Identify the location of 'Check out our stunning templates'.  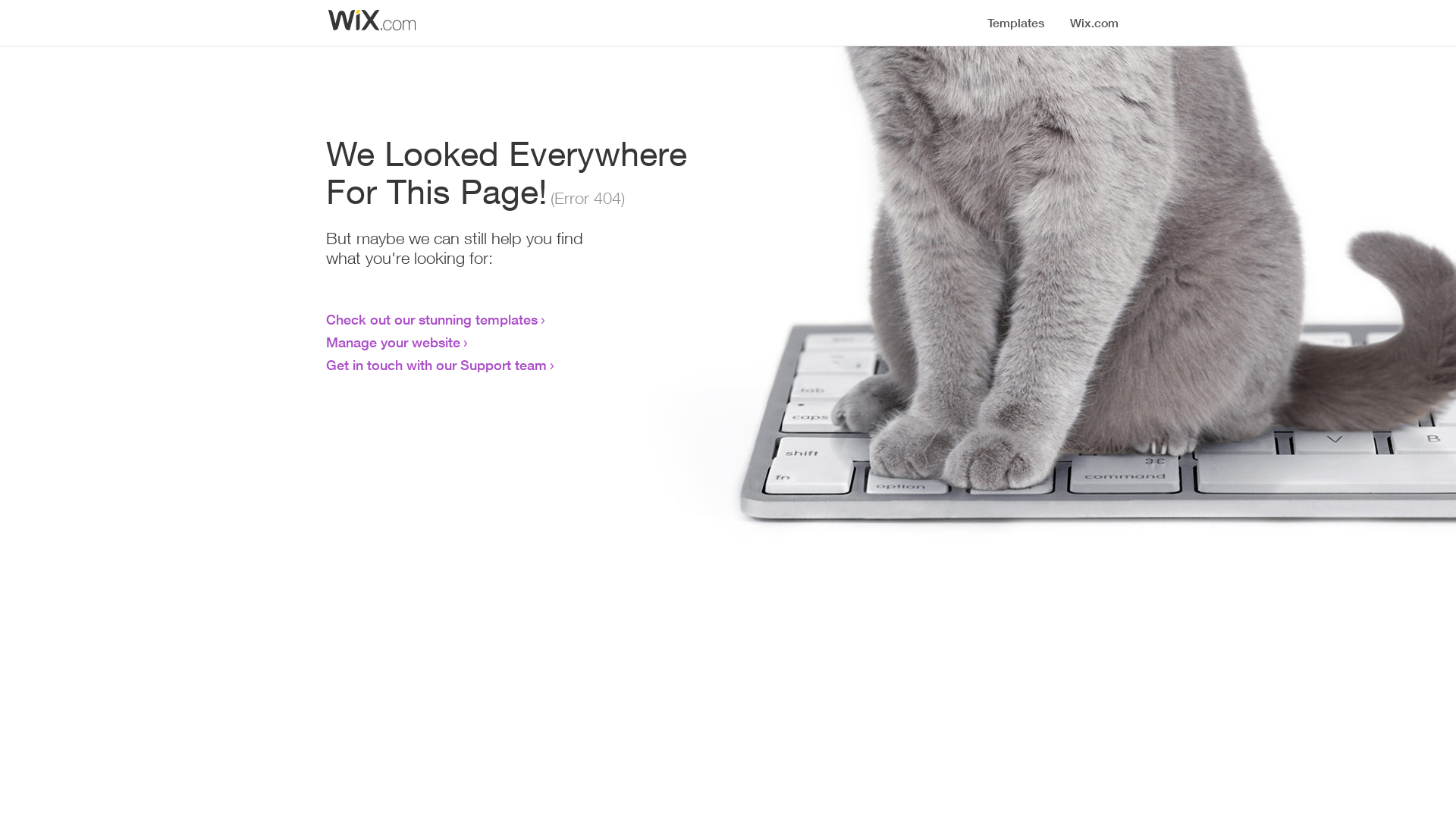
(431, 318).